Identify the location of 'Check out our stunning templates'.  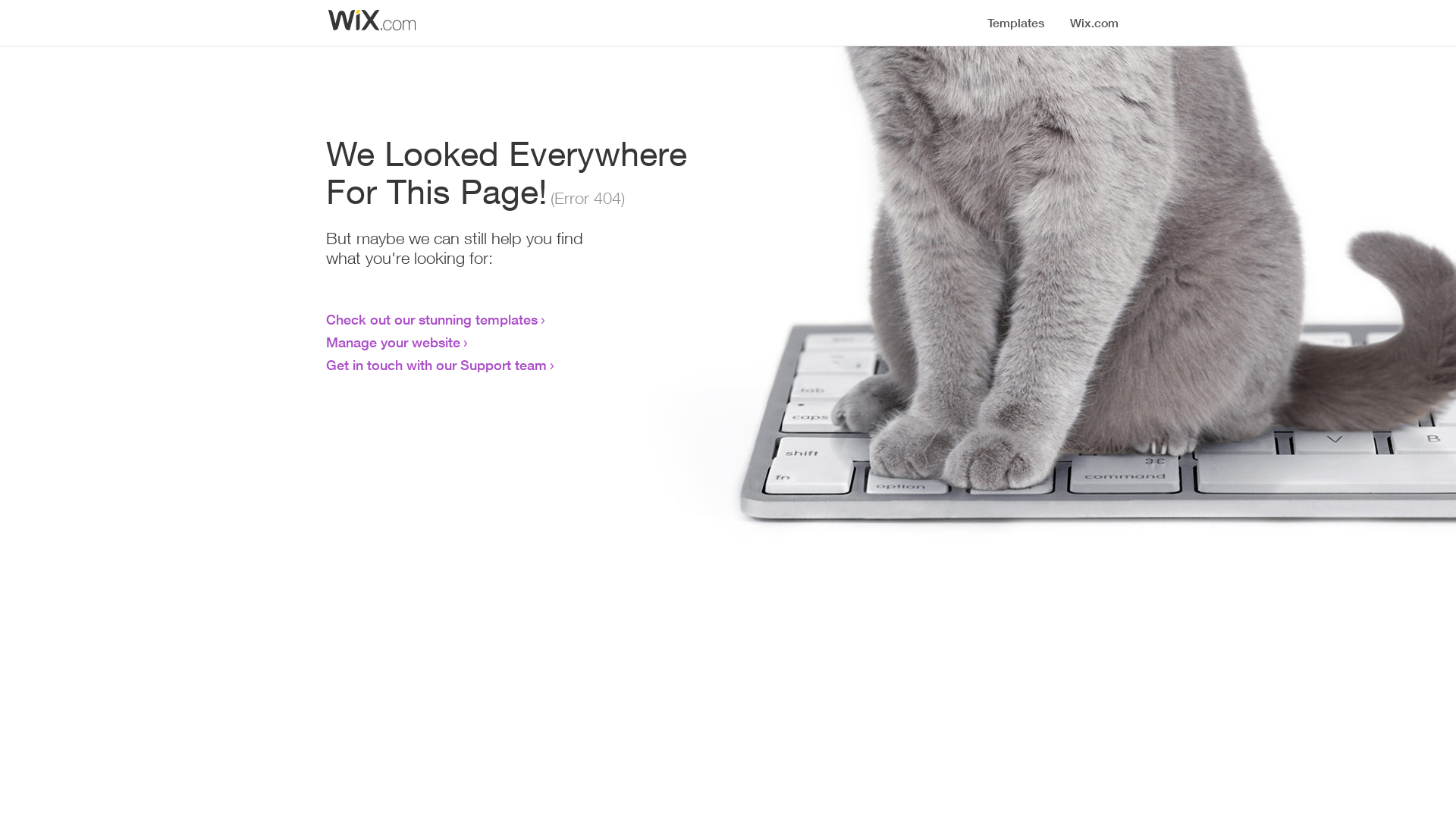
(431, 318).